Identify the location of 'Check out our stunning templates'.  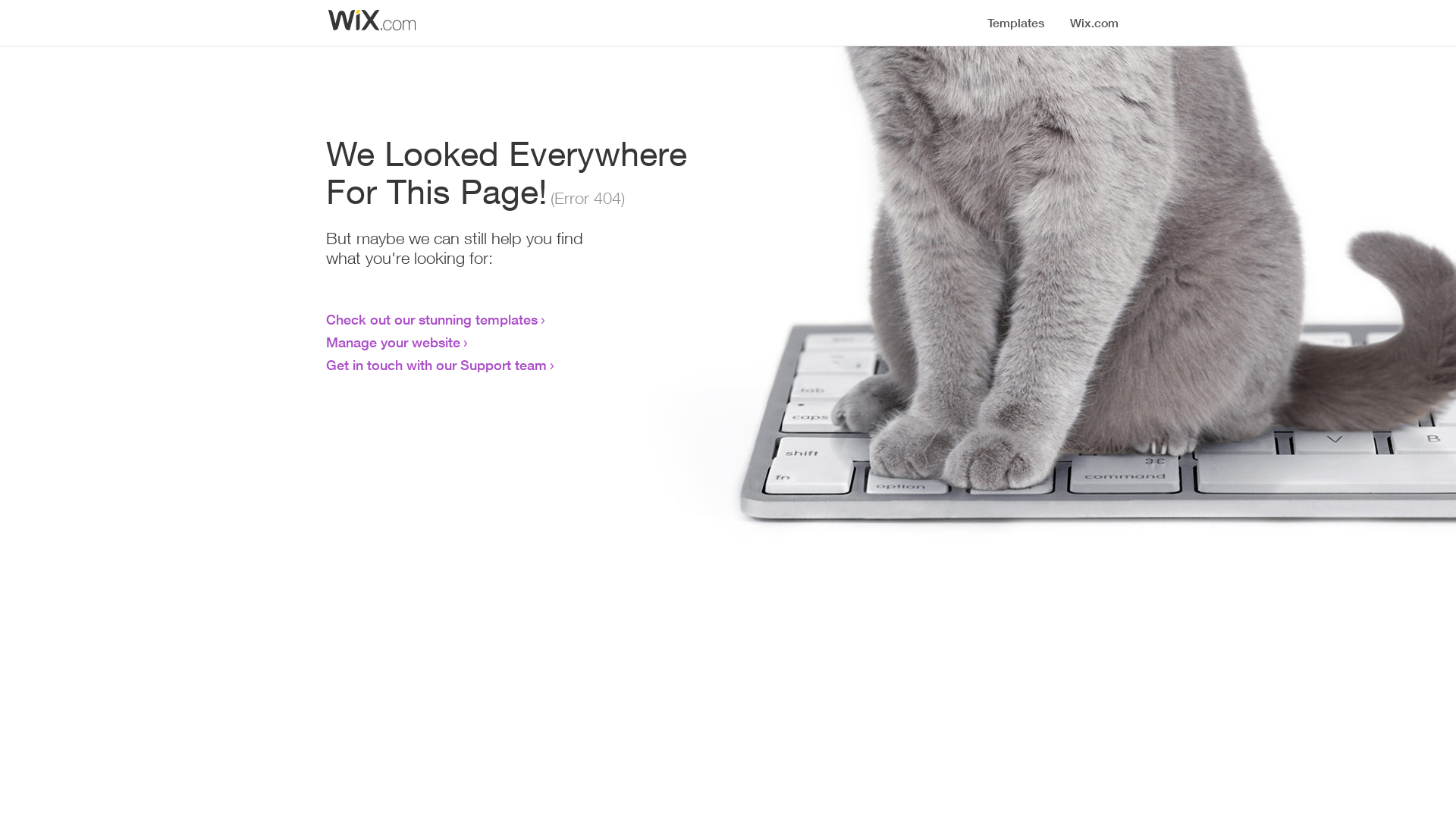
(431, 318).